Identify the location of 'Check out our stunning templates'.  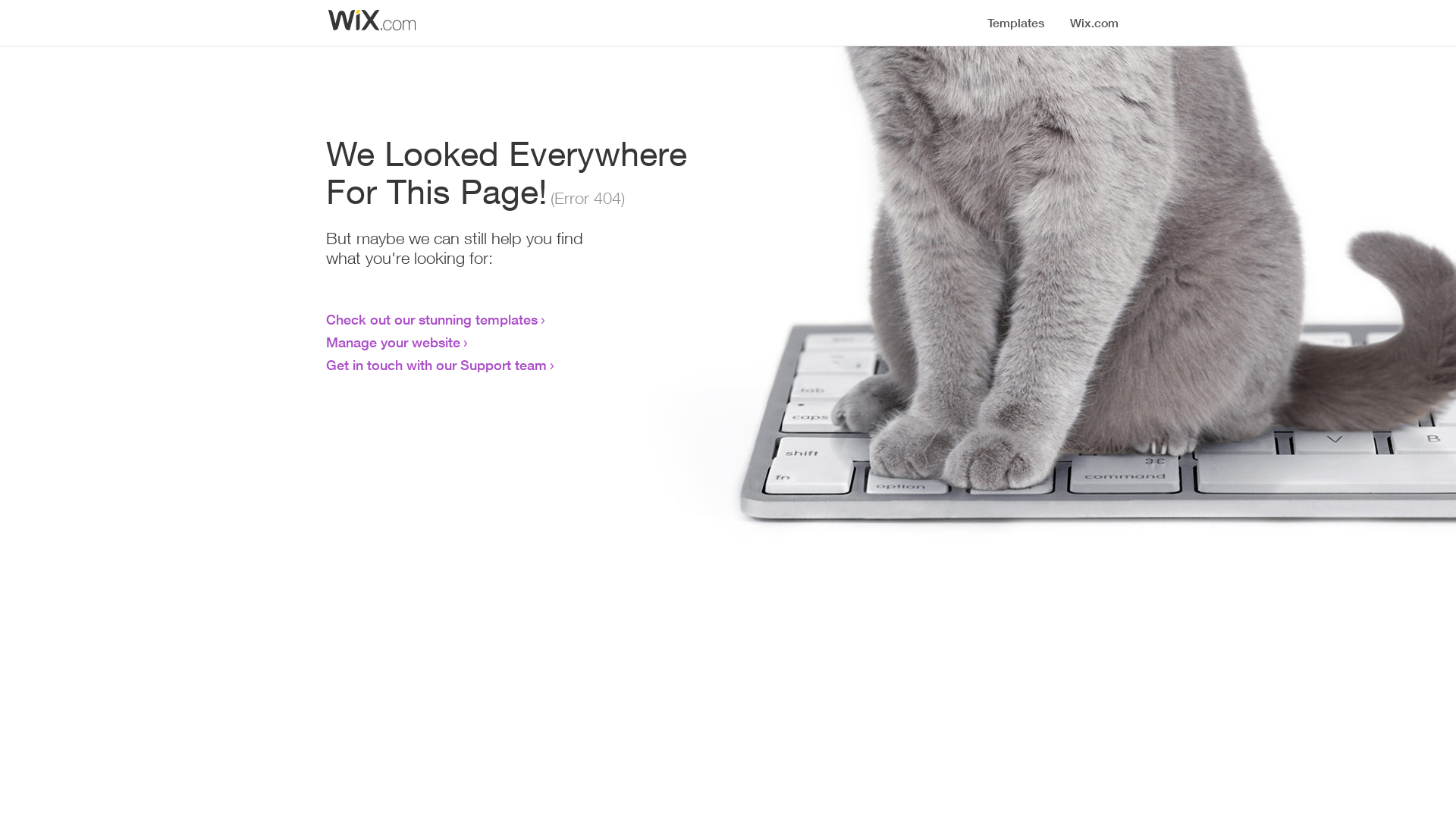
(431, 318).